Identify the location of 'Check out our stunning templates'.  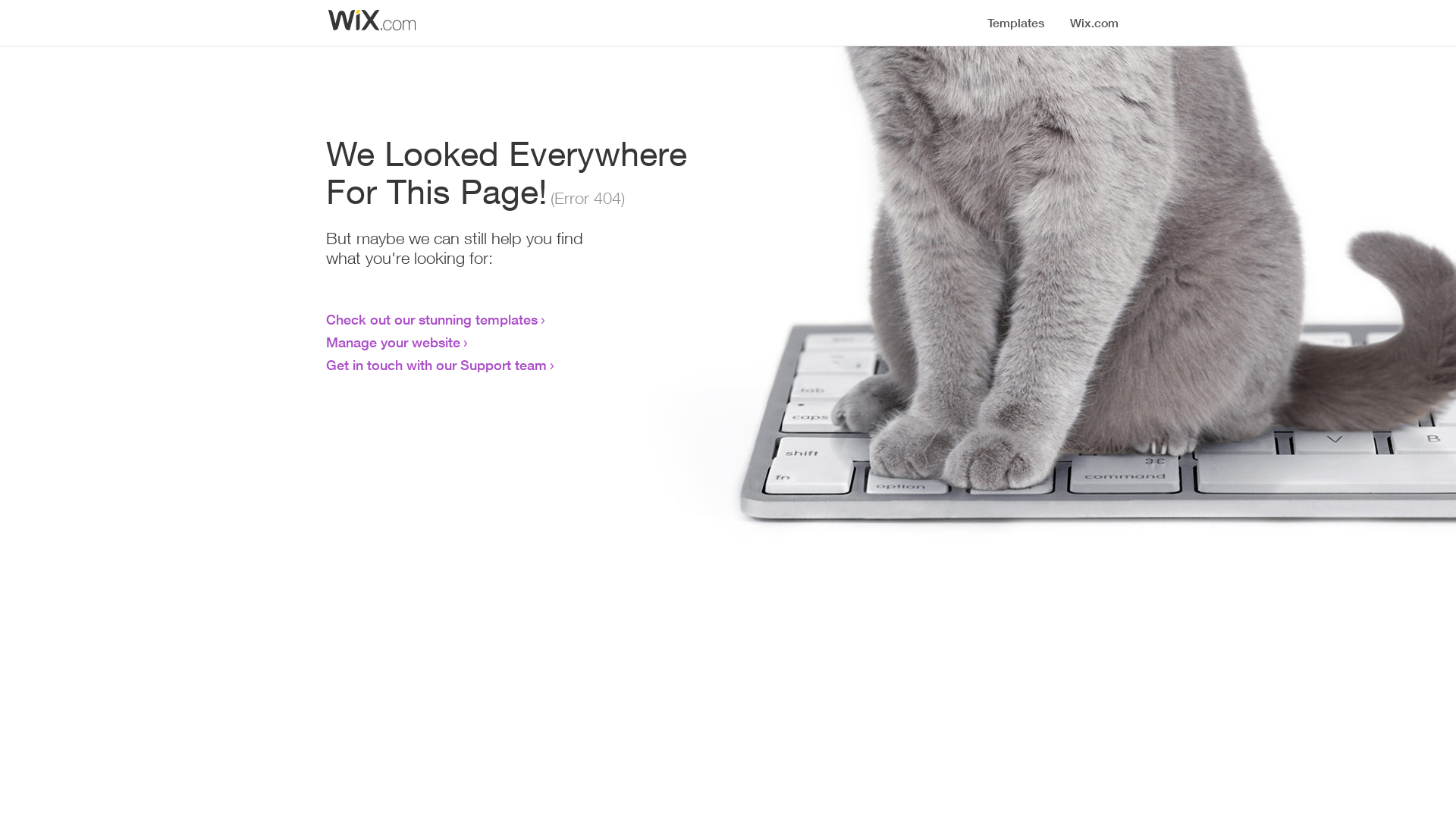
(431, 318).